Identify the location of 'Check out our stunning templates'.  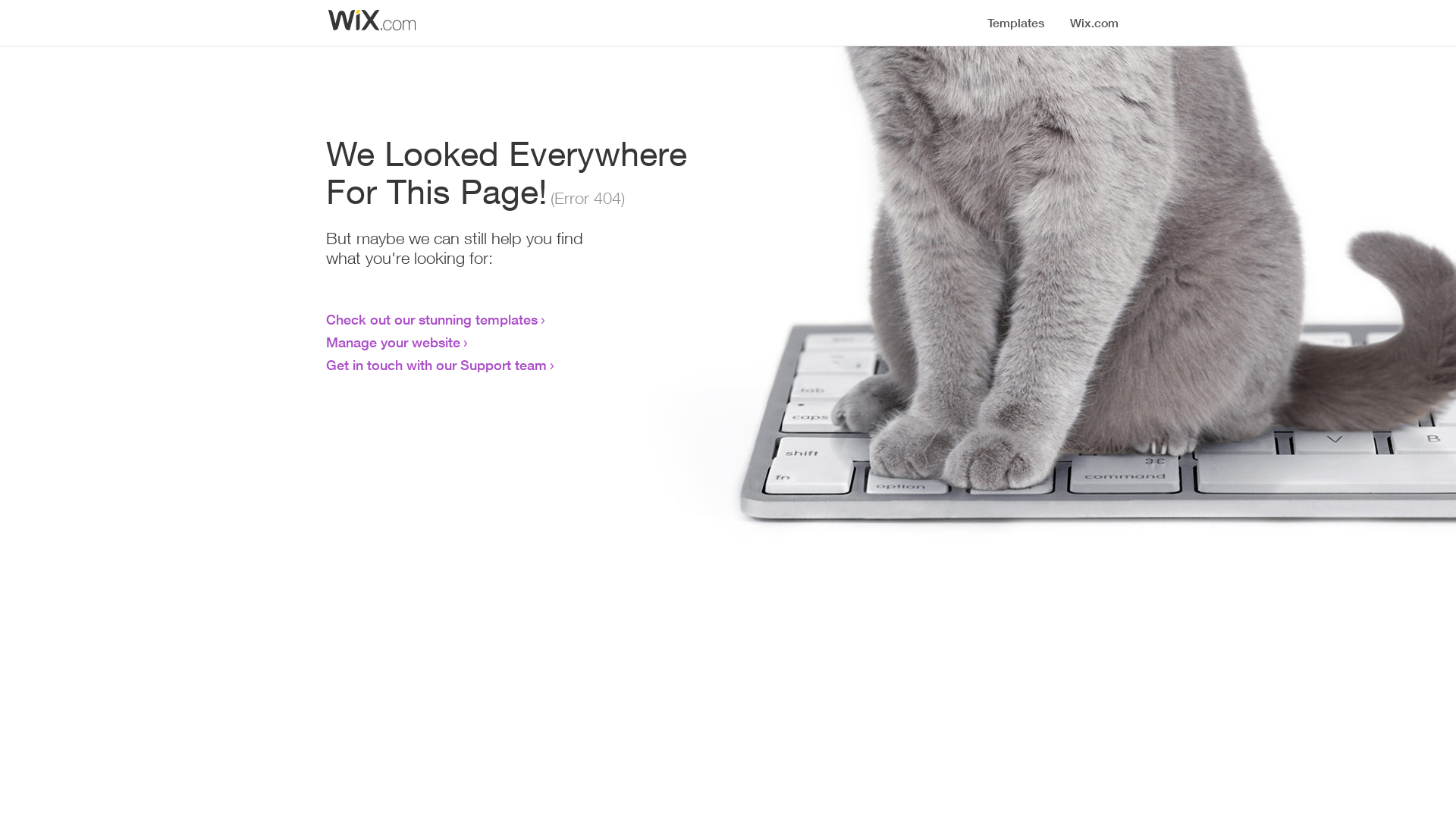
(431, 318).